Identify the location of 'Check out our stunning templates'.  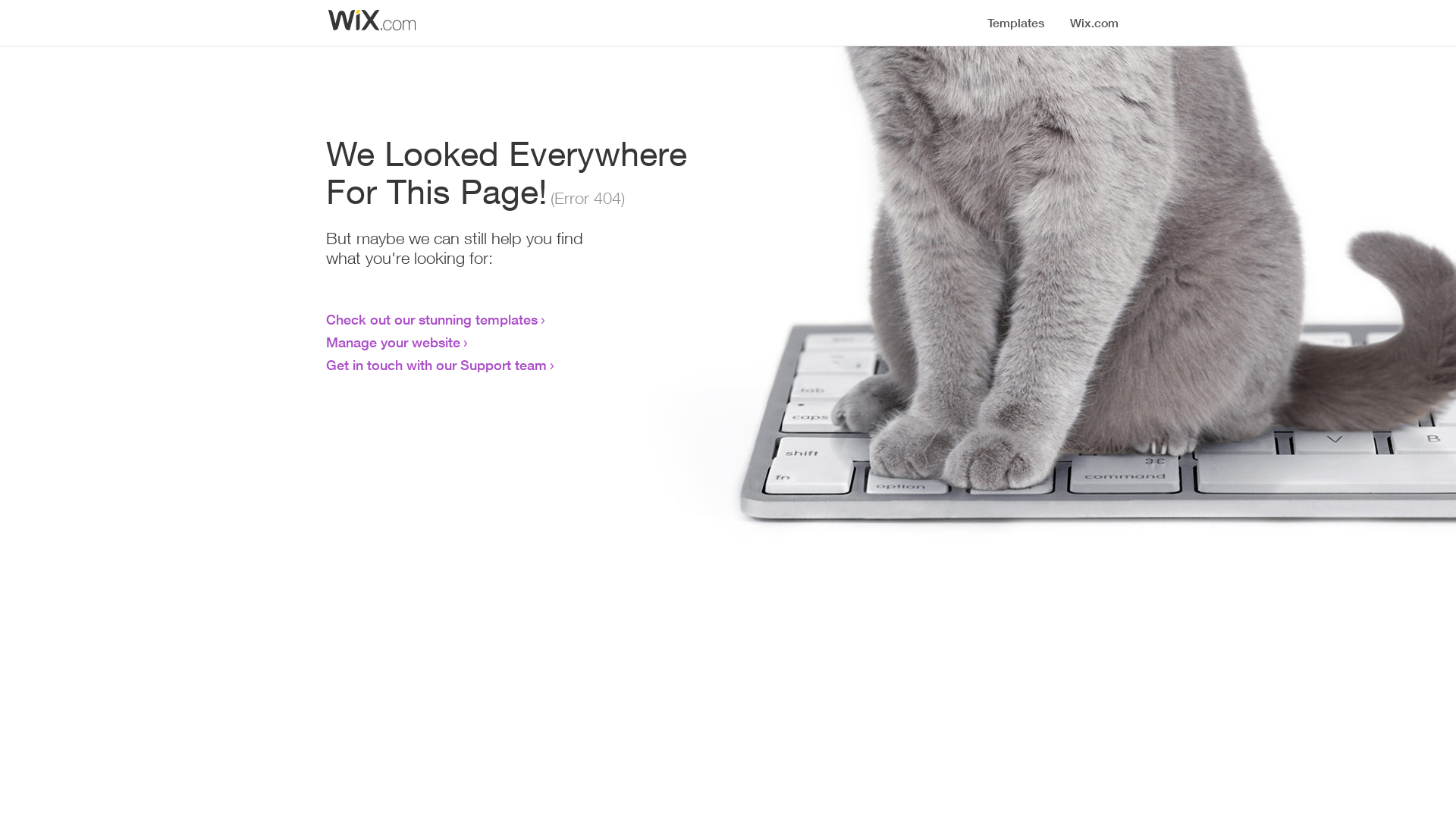
(431, 318).